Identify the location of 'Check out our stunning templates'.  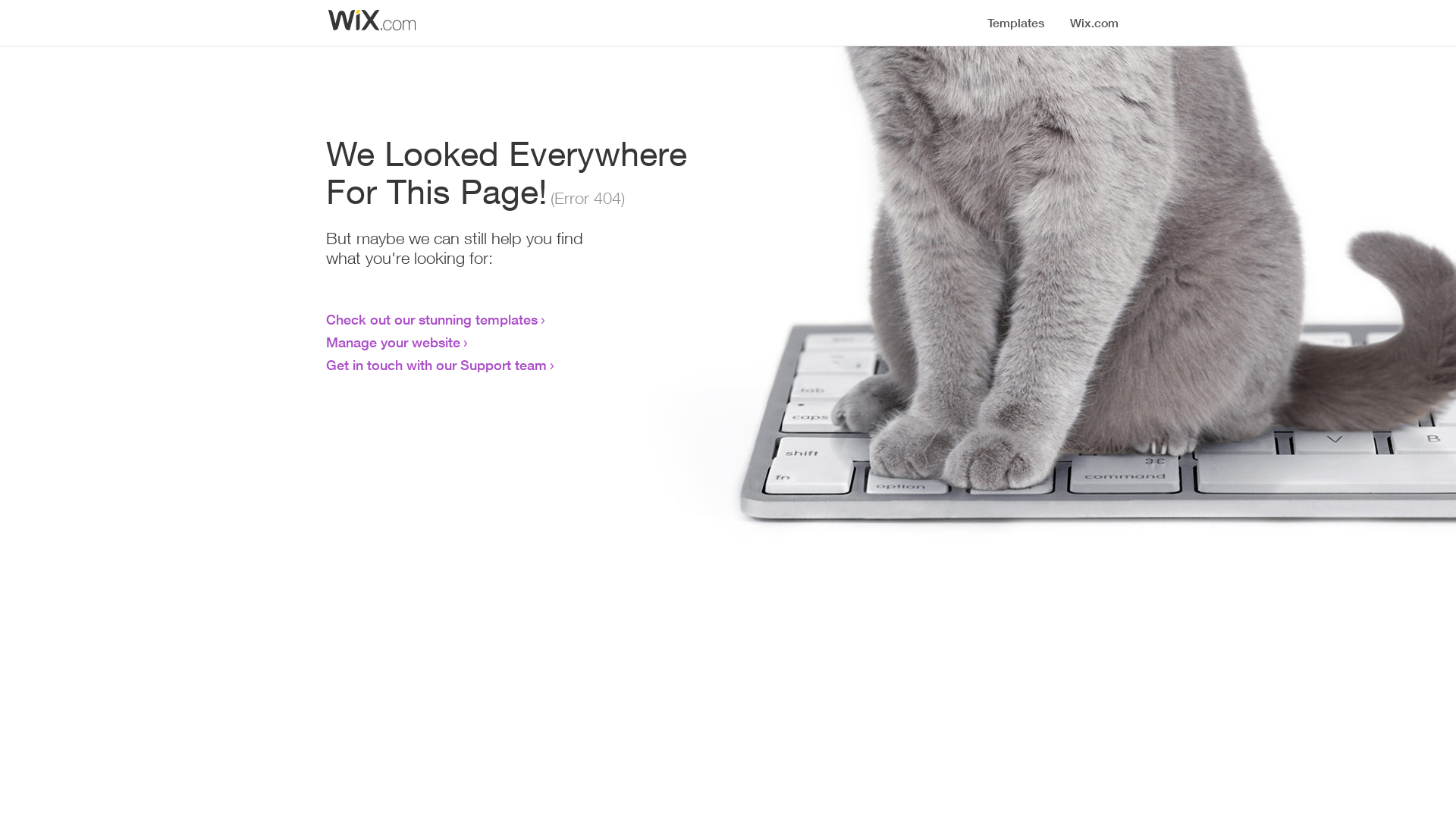
(431, 318).